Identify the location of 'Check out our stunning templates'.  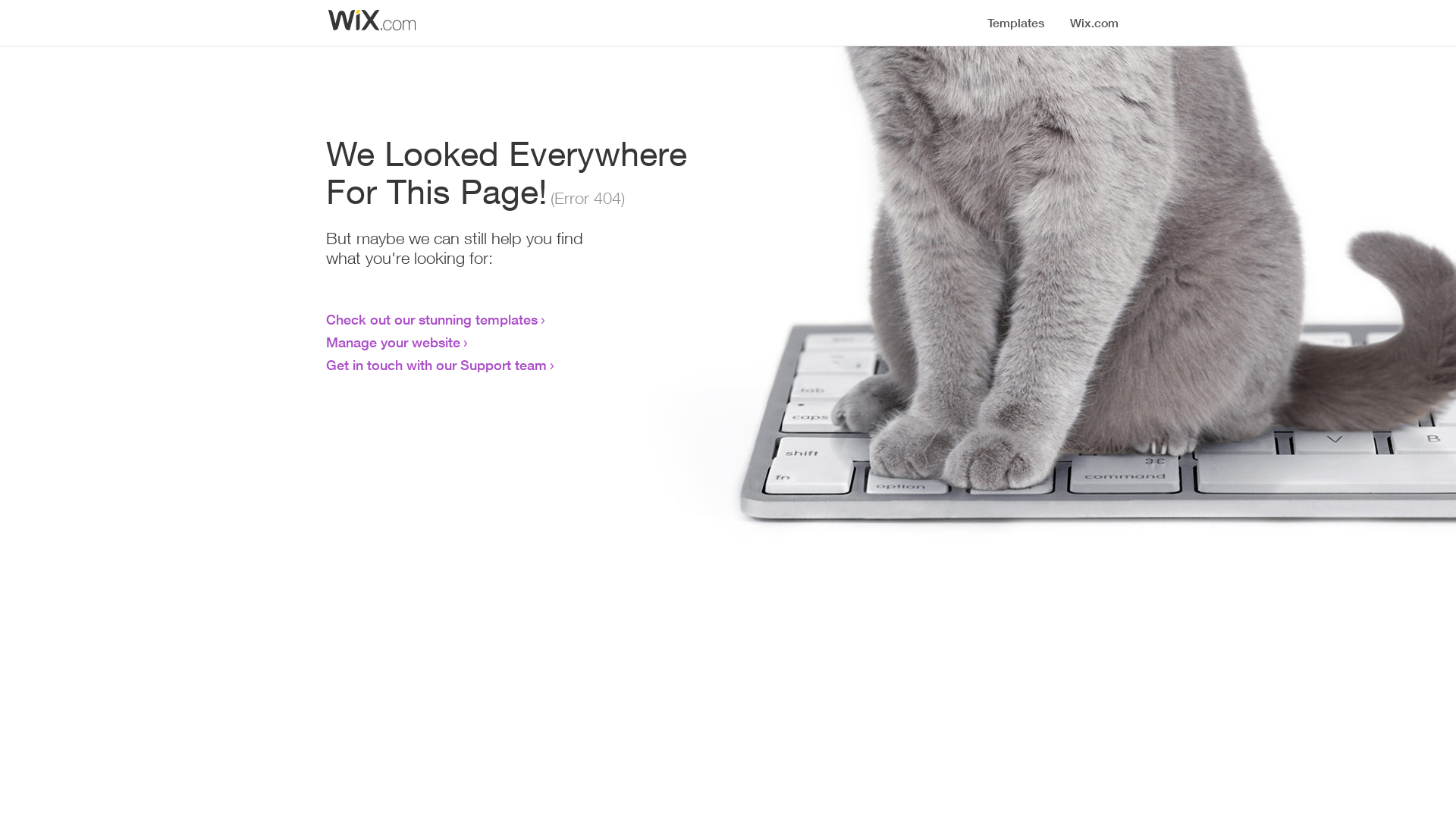
(431, 318).